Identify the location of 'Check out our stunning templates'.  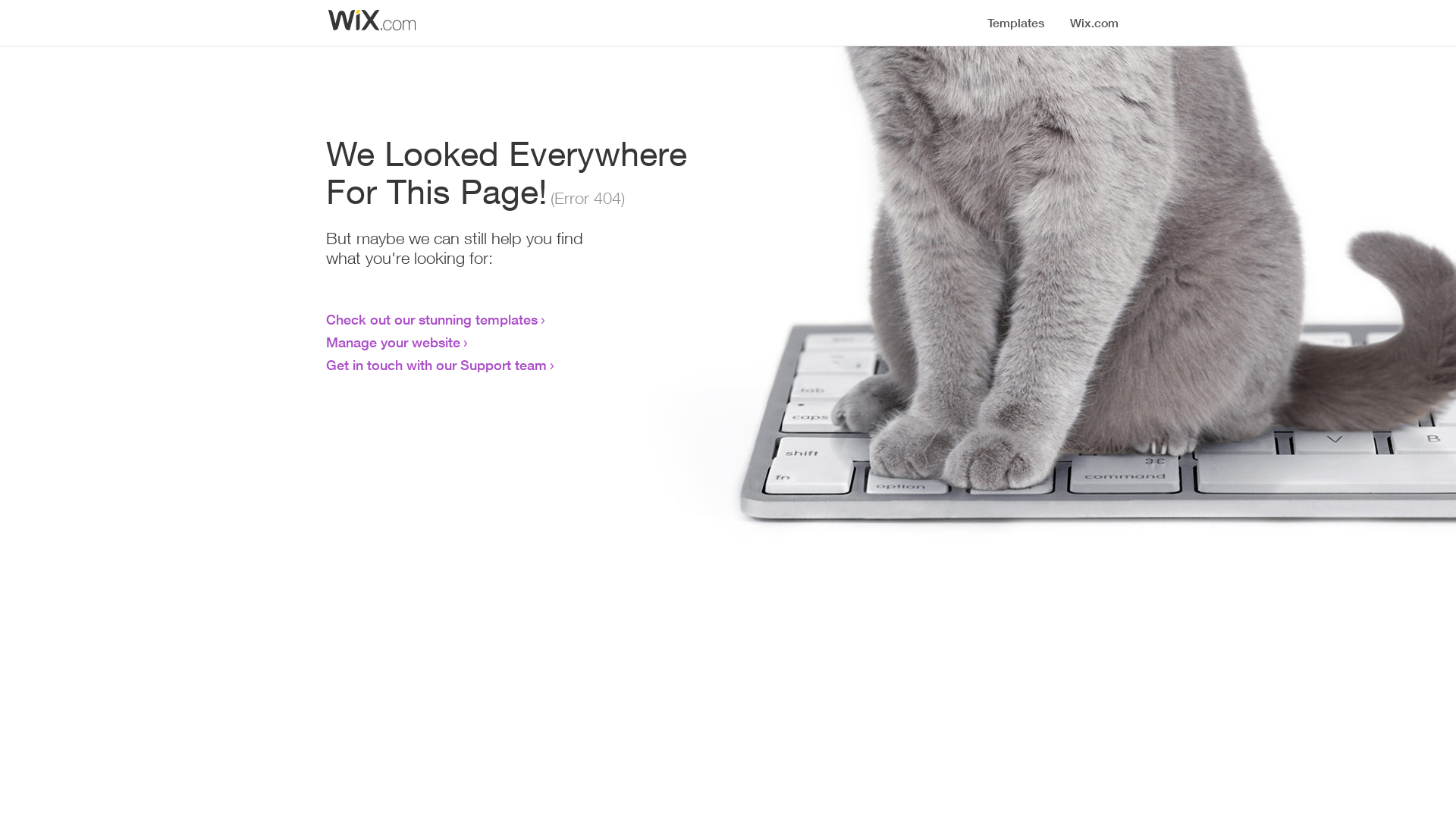
(431, 318).